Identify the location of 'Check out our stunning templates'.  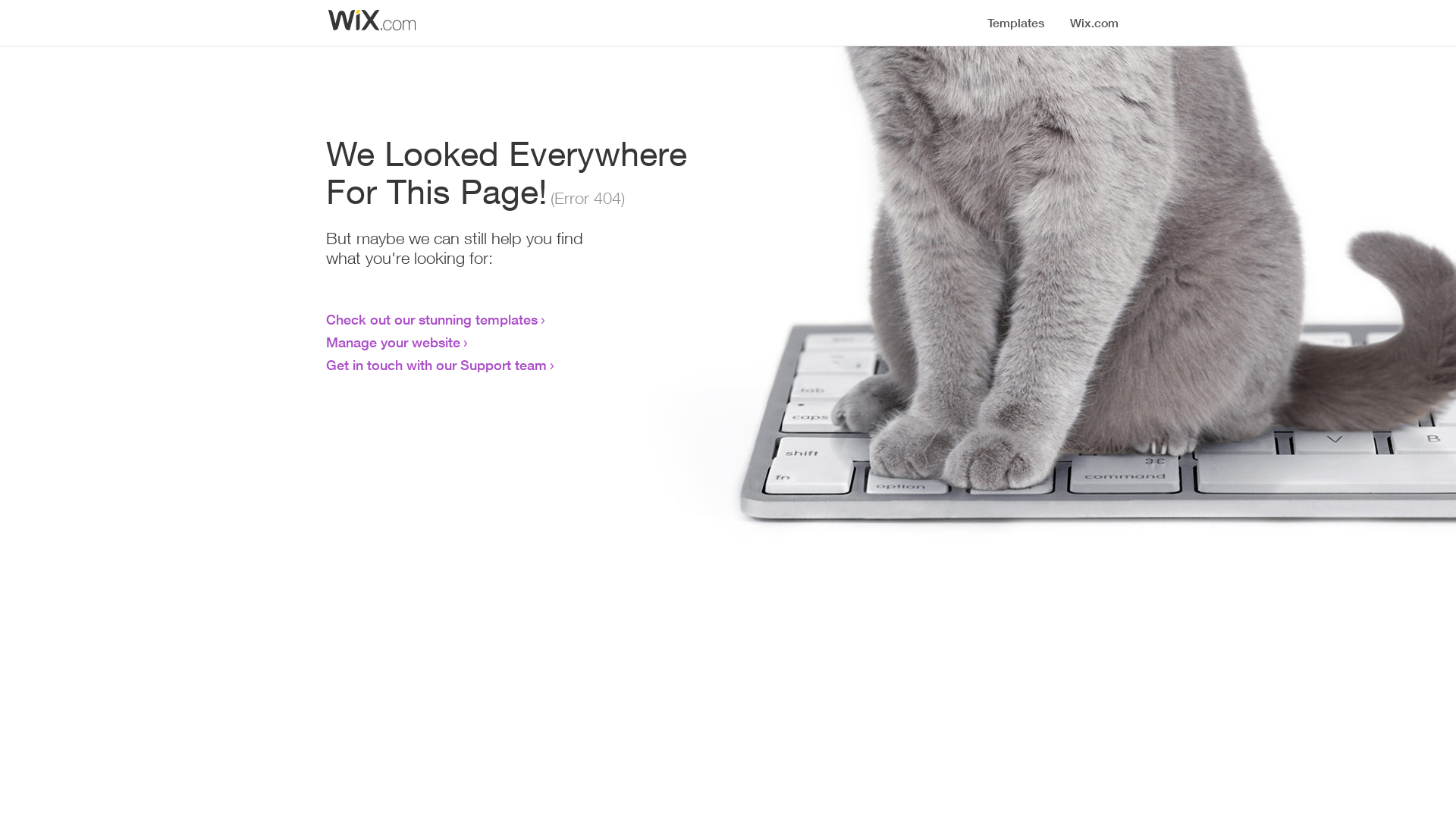
(431, 318).